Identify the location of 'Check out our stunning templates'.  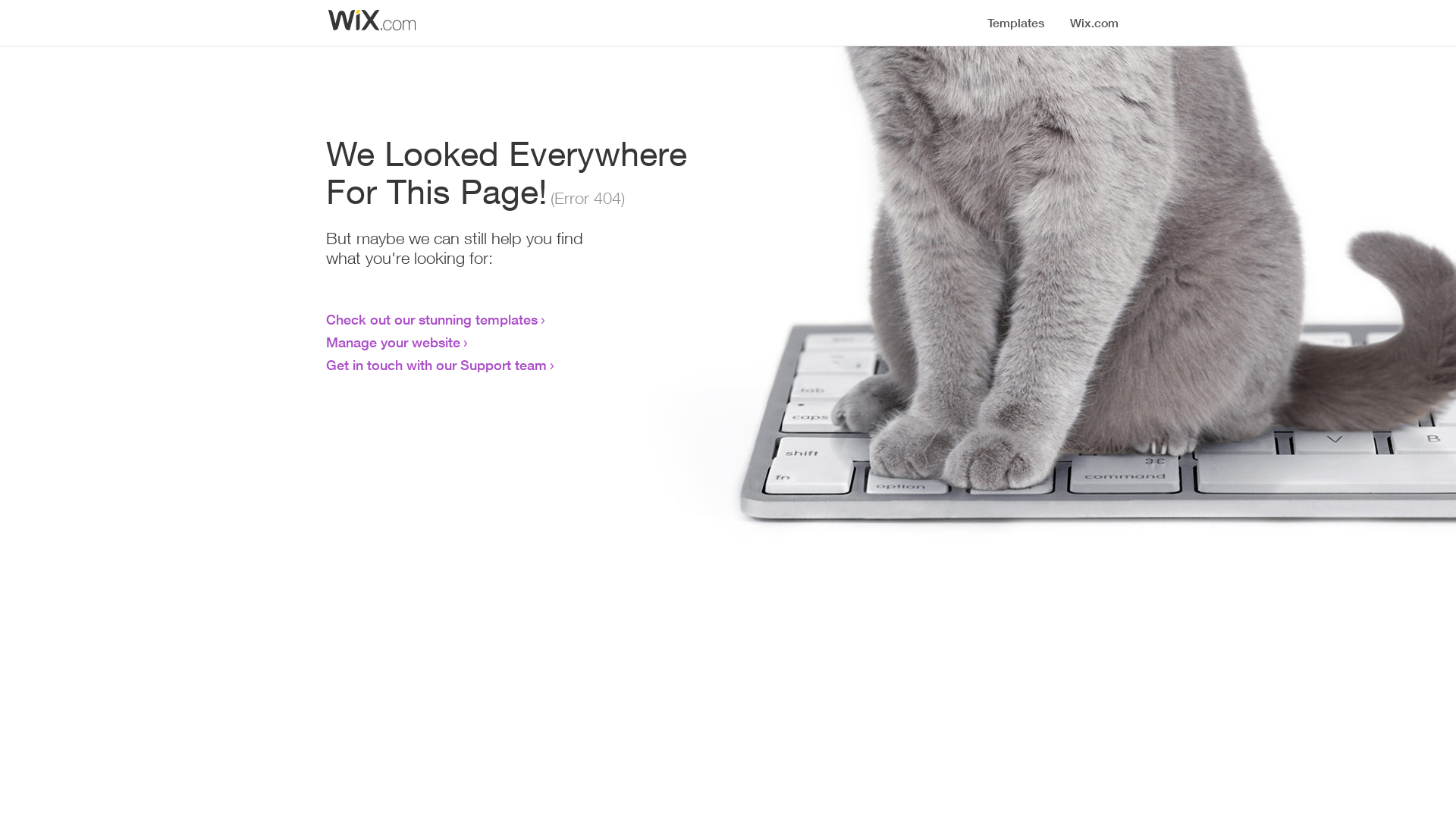
(431, 318).